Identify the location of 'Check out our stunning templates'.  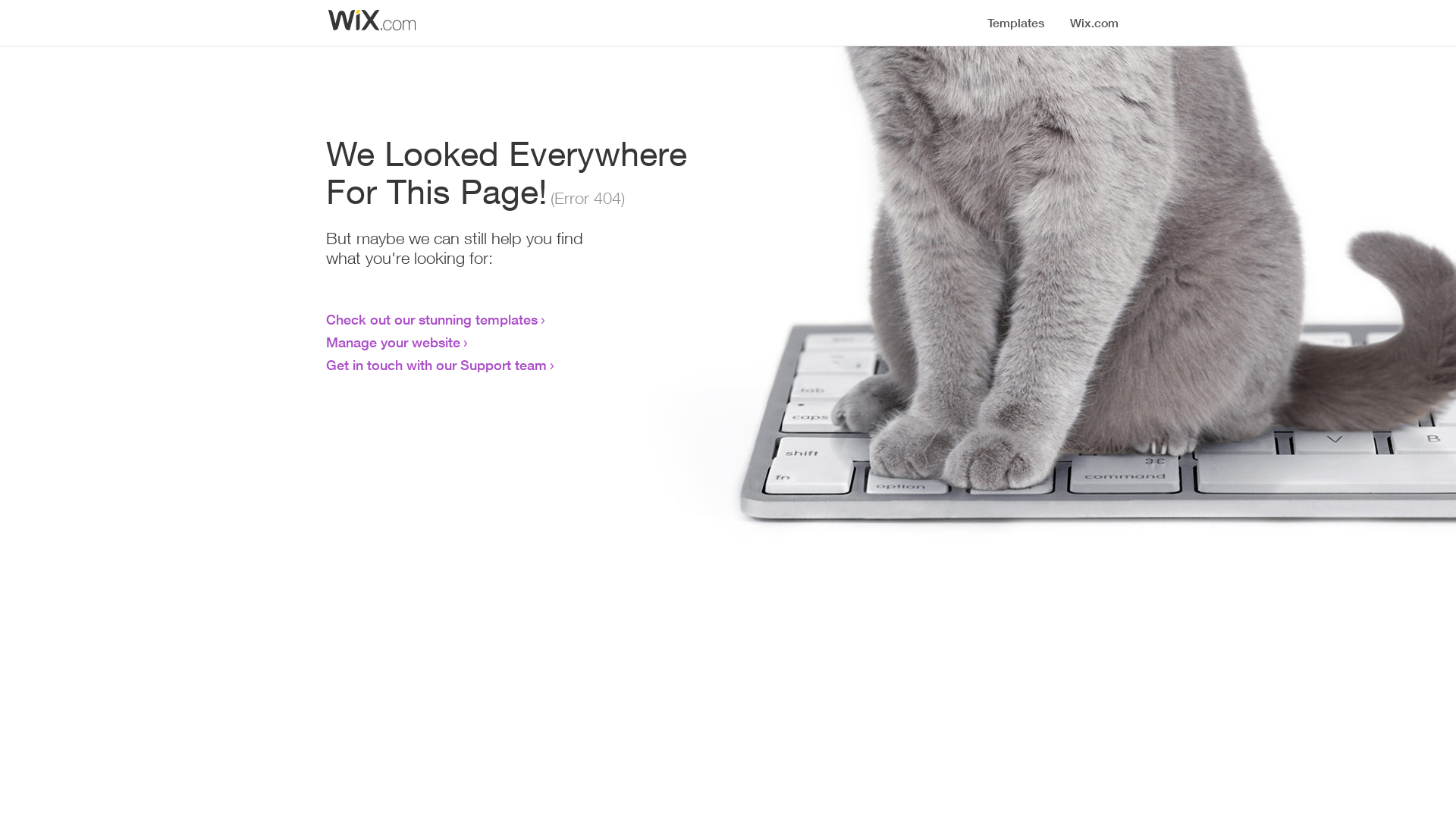
(431, 318).